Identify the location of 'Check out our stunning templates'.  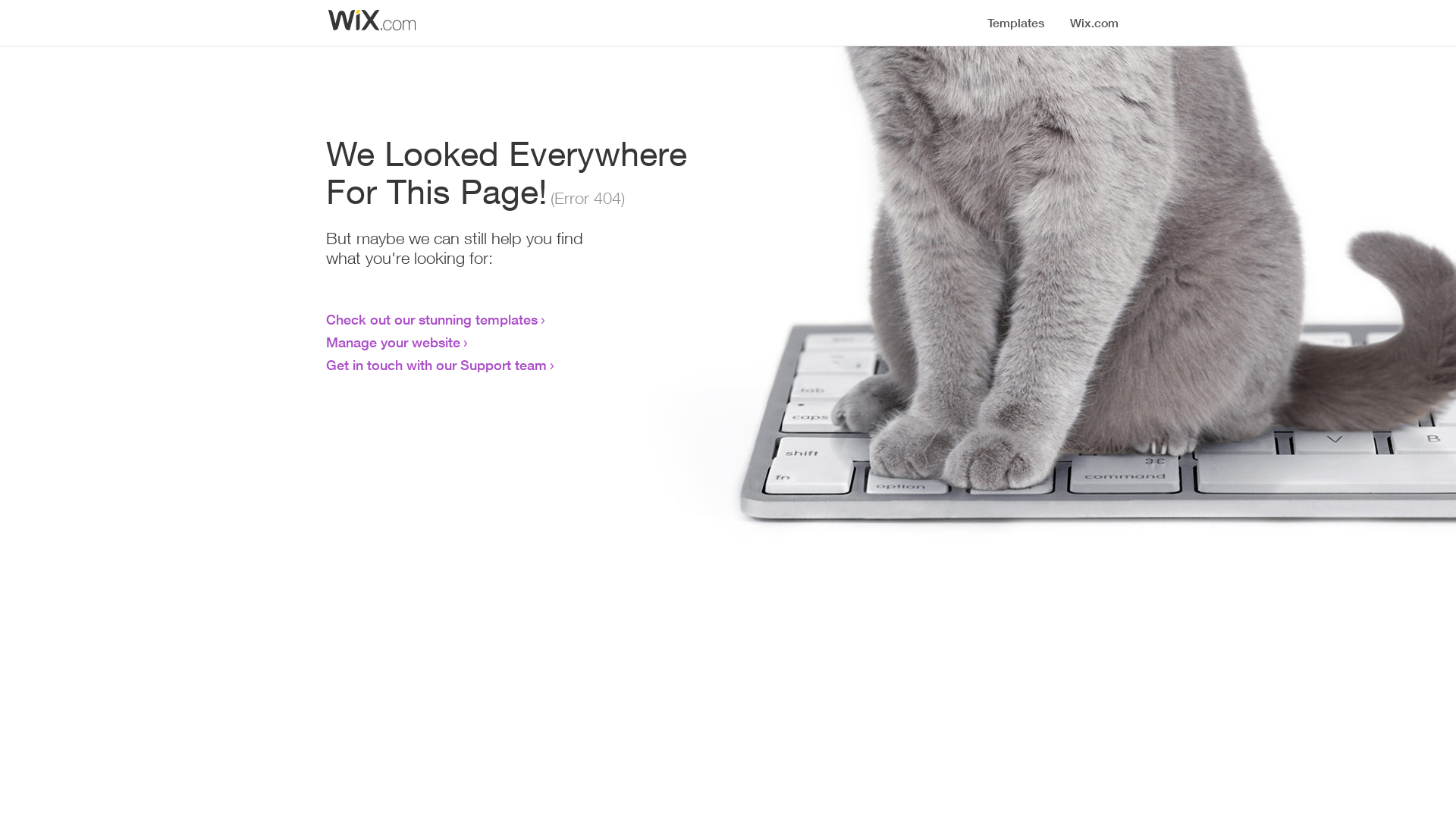
(431, 318).